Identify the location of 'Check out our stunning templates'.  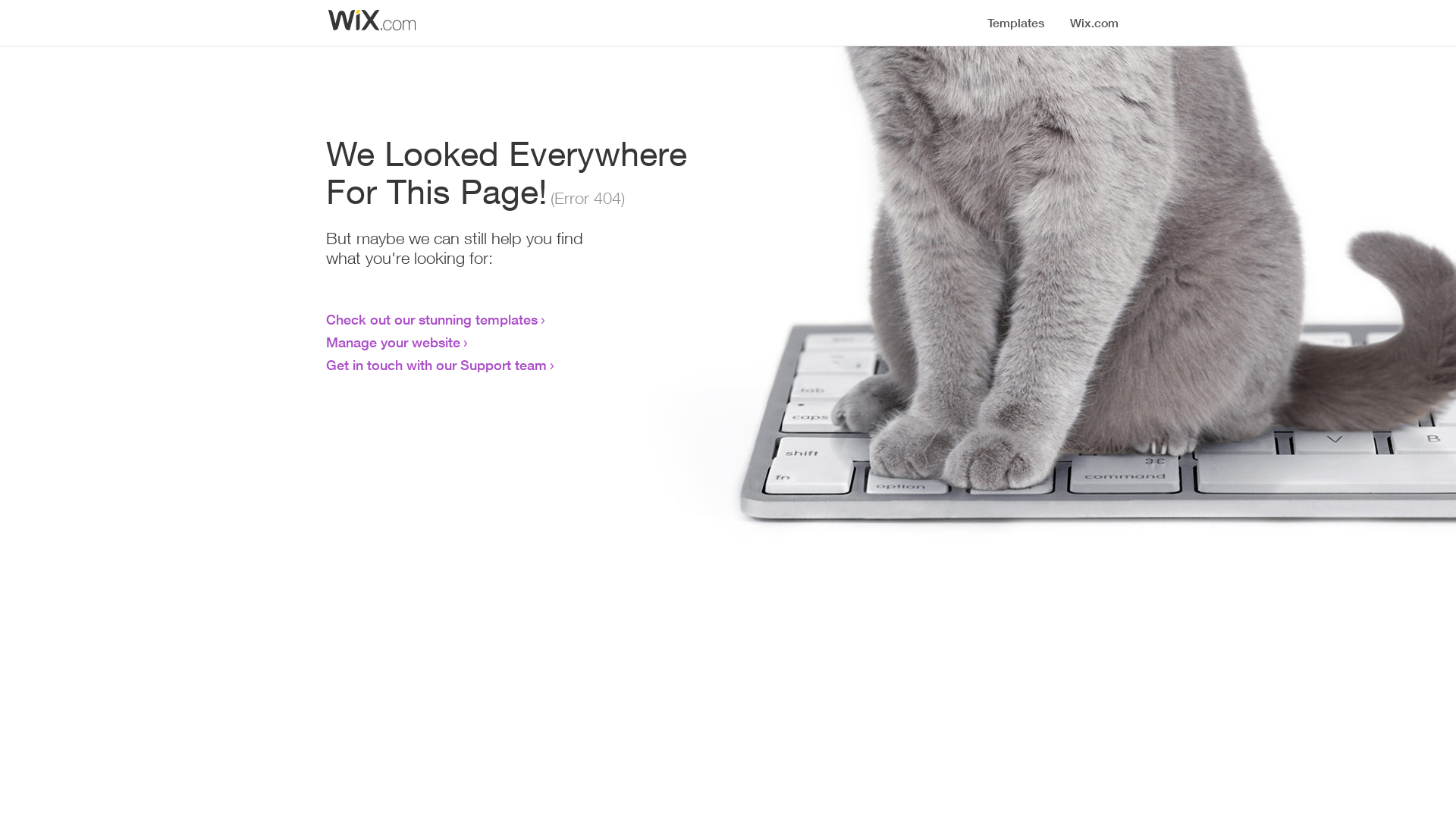
(431, 318).